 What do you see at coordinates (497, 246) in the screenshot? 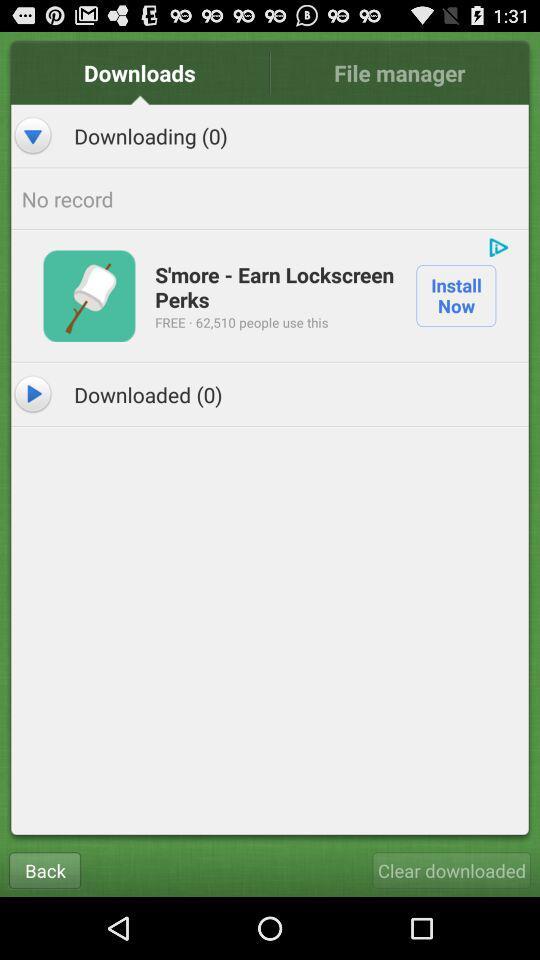
I see `the app below the no record` at bounding box center [497, 246].